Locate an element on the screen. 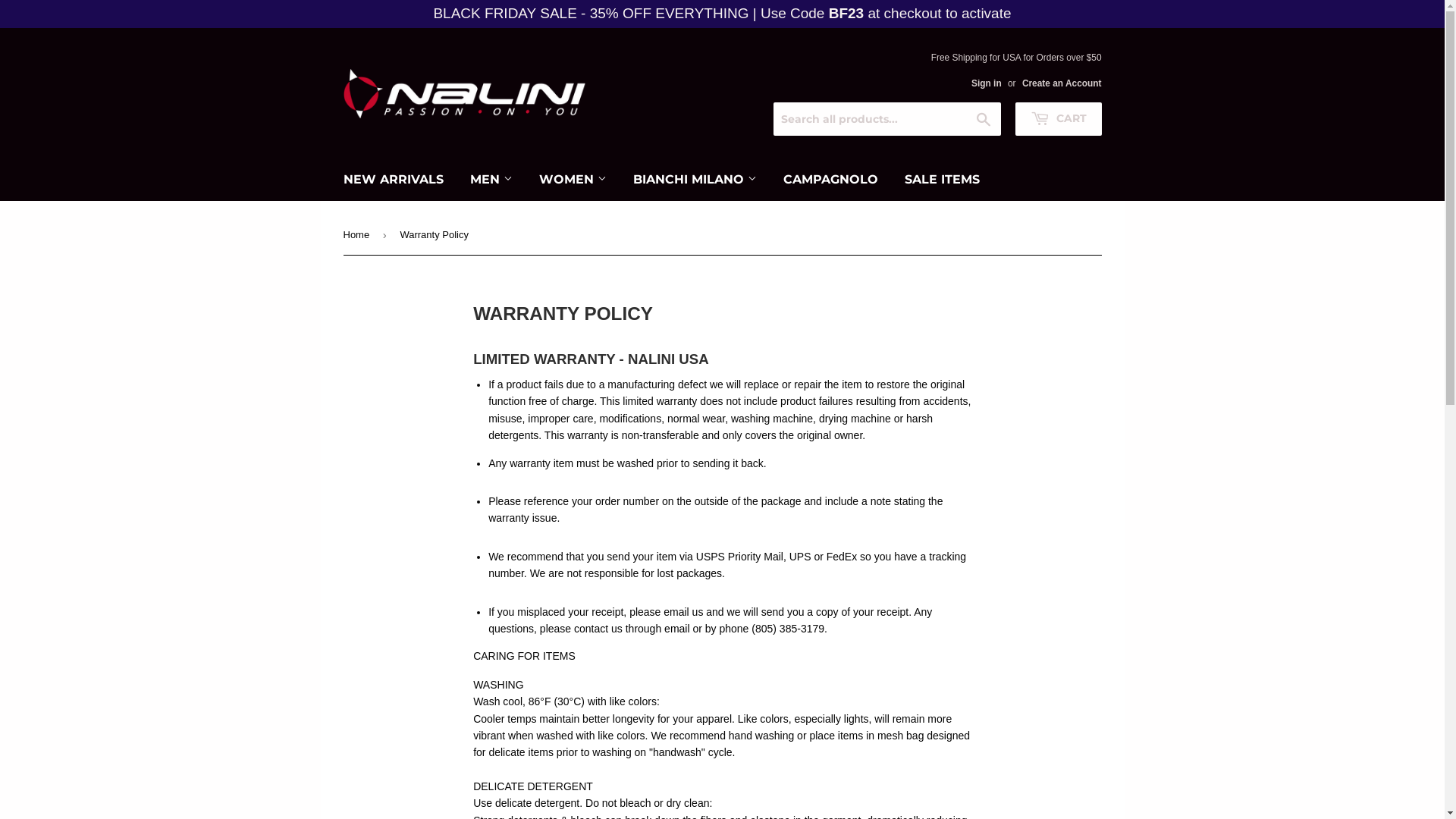 Image resolution: width=1456 pixels, height=819 pixels. 'WOMEN' is located at coordinates (572, 178).